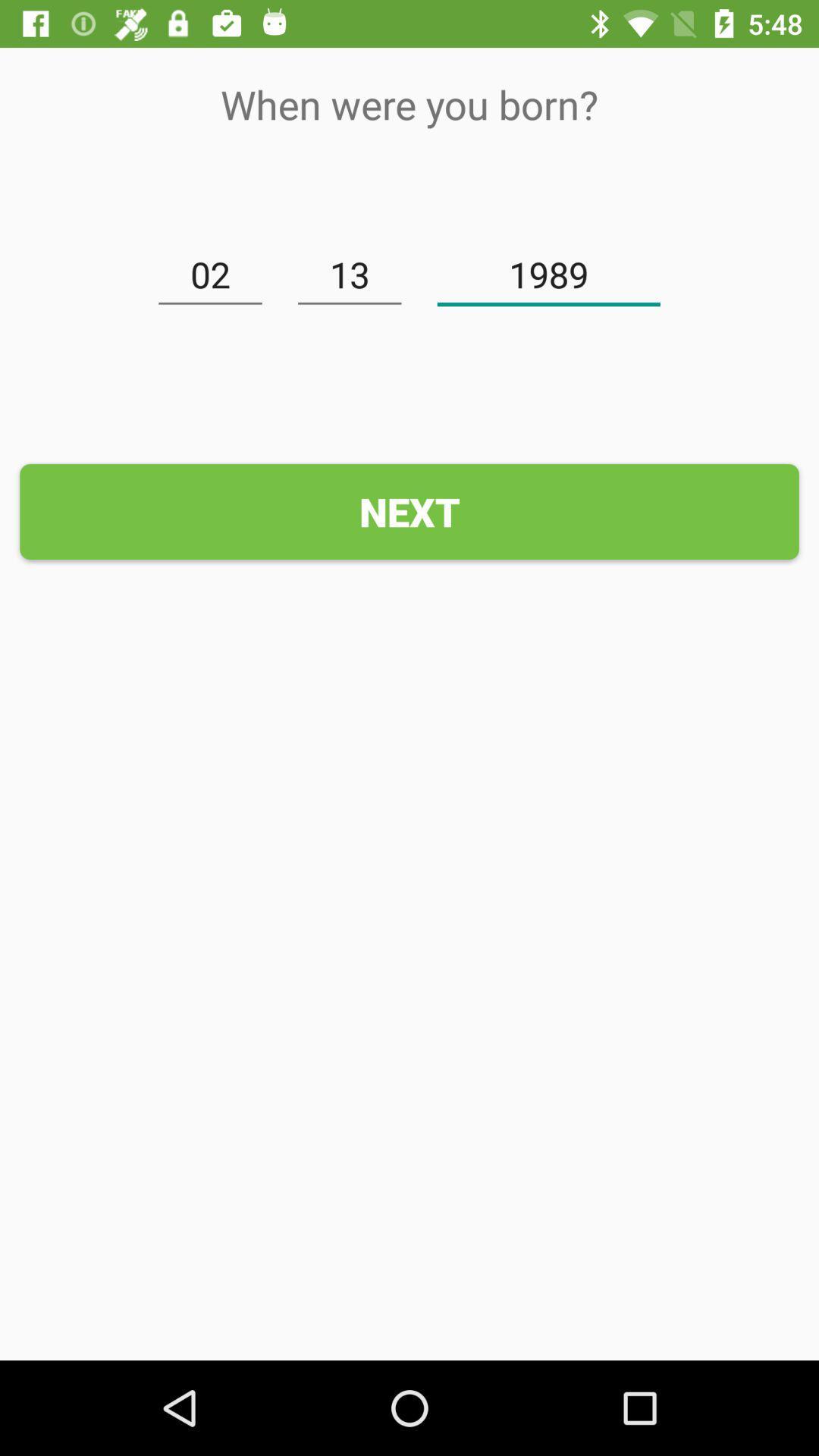 This screenshot has width=819, height=1456. Describe the element at coordinates (210, 275) in the screenshot. I see `02 item` at that location.